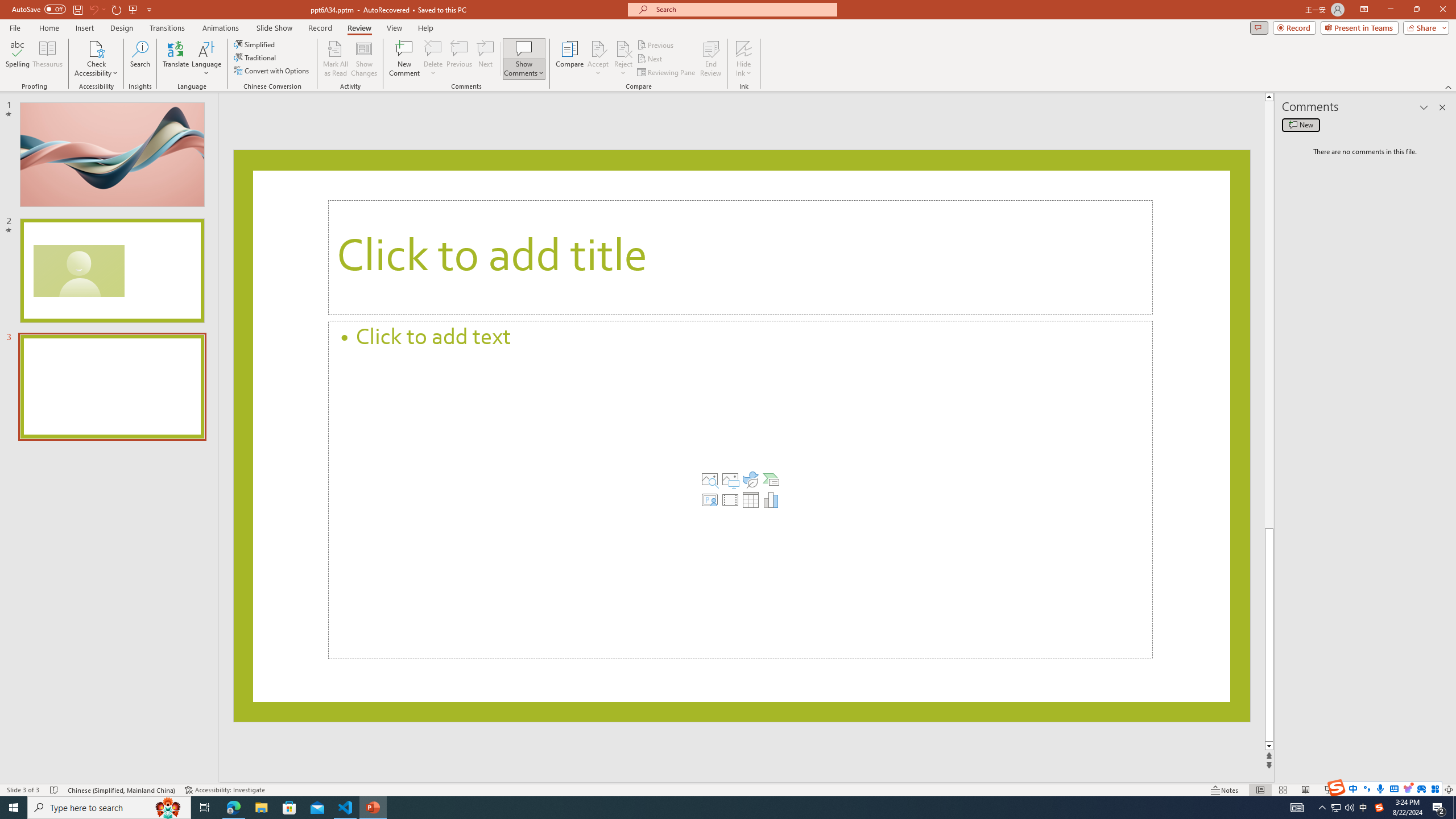 The width and height of the screenshot is (1456, 819). What do you see at coordinates (271, 69) in the screenshot?
I see `'Convert with Options...'` at bounding box center [271, 69].